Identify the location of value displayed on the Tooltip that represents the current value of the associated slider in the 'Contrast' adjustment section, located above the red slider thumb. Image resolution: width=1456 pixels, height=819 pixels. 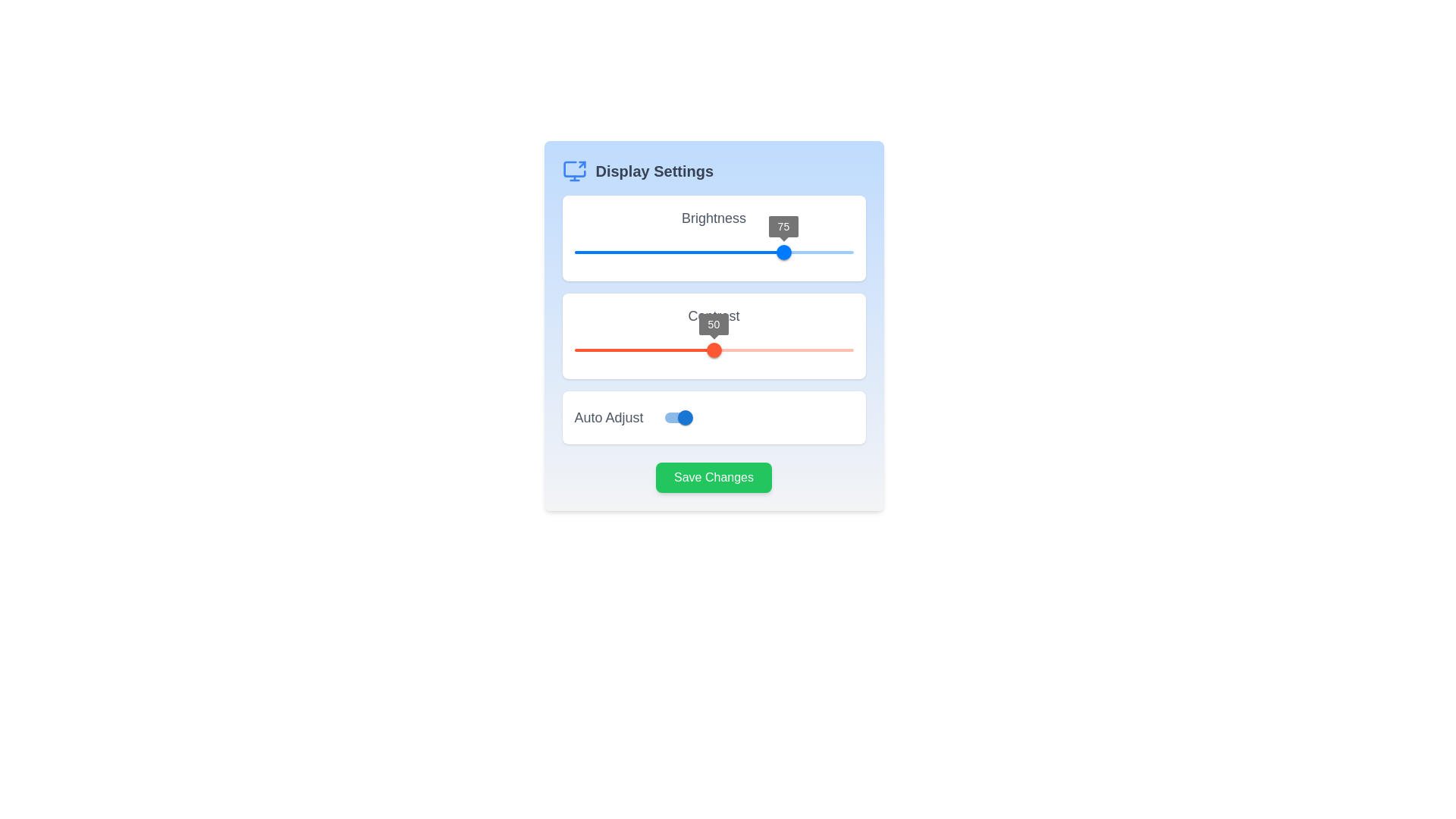
(713, 324).